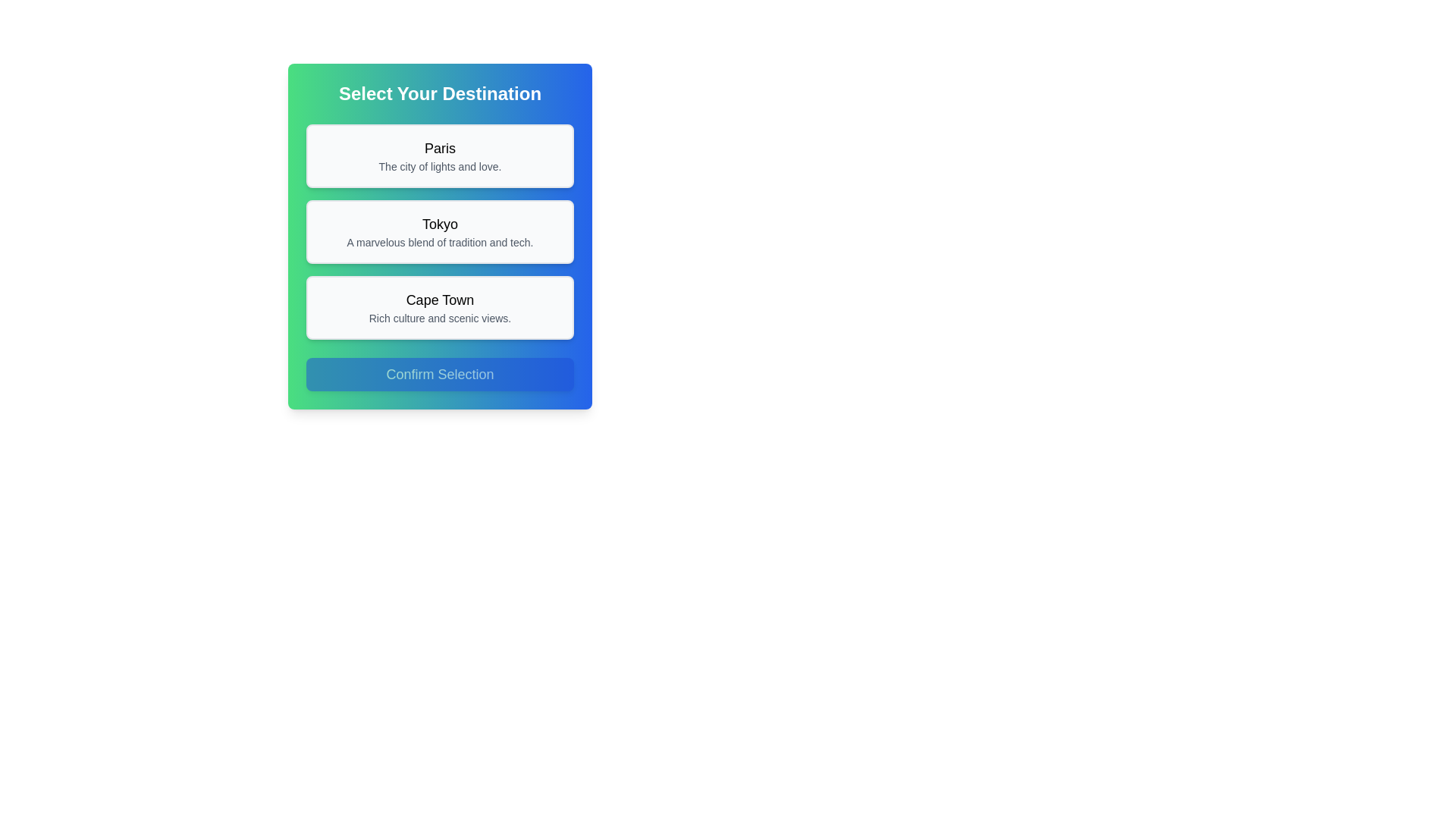  I want to click on the options in the vertically-oriented selection dialog titled 'Select Your Destination', which features three selectable city options, so click(439, 237).